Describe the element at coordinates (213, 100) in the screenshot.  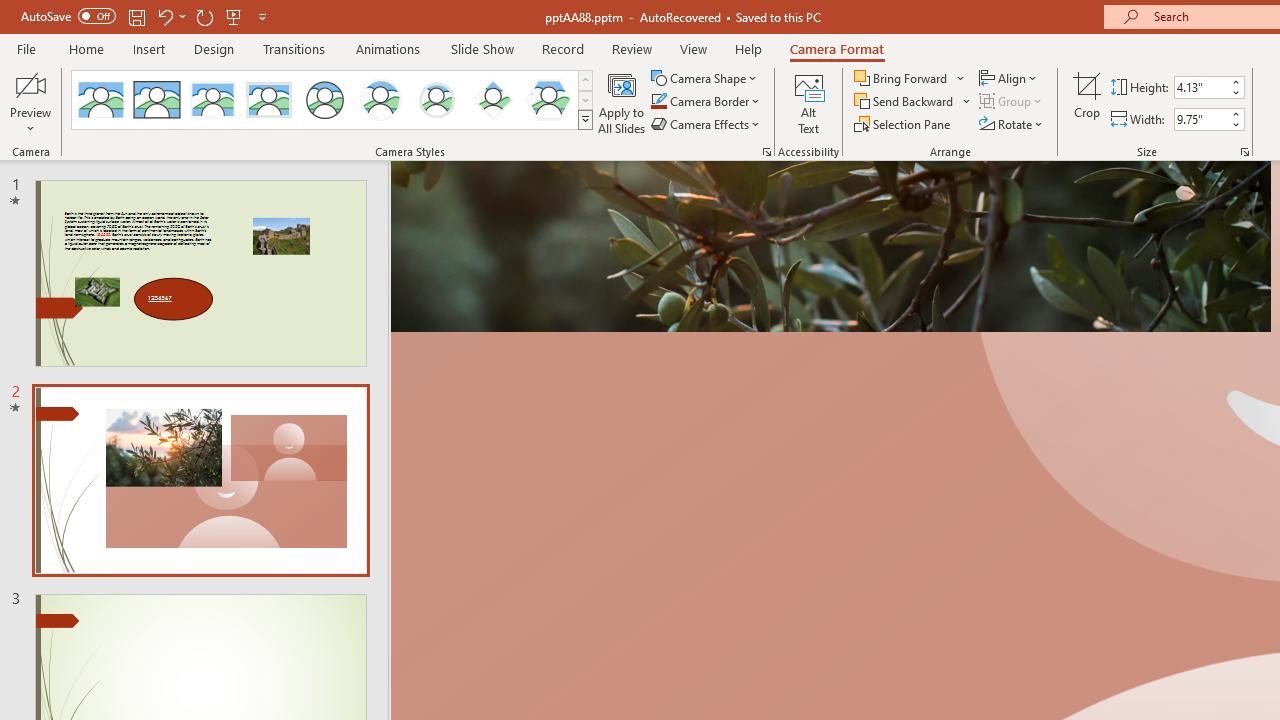
I see `'Center Shadow Rectangle'` at that location.